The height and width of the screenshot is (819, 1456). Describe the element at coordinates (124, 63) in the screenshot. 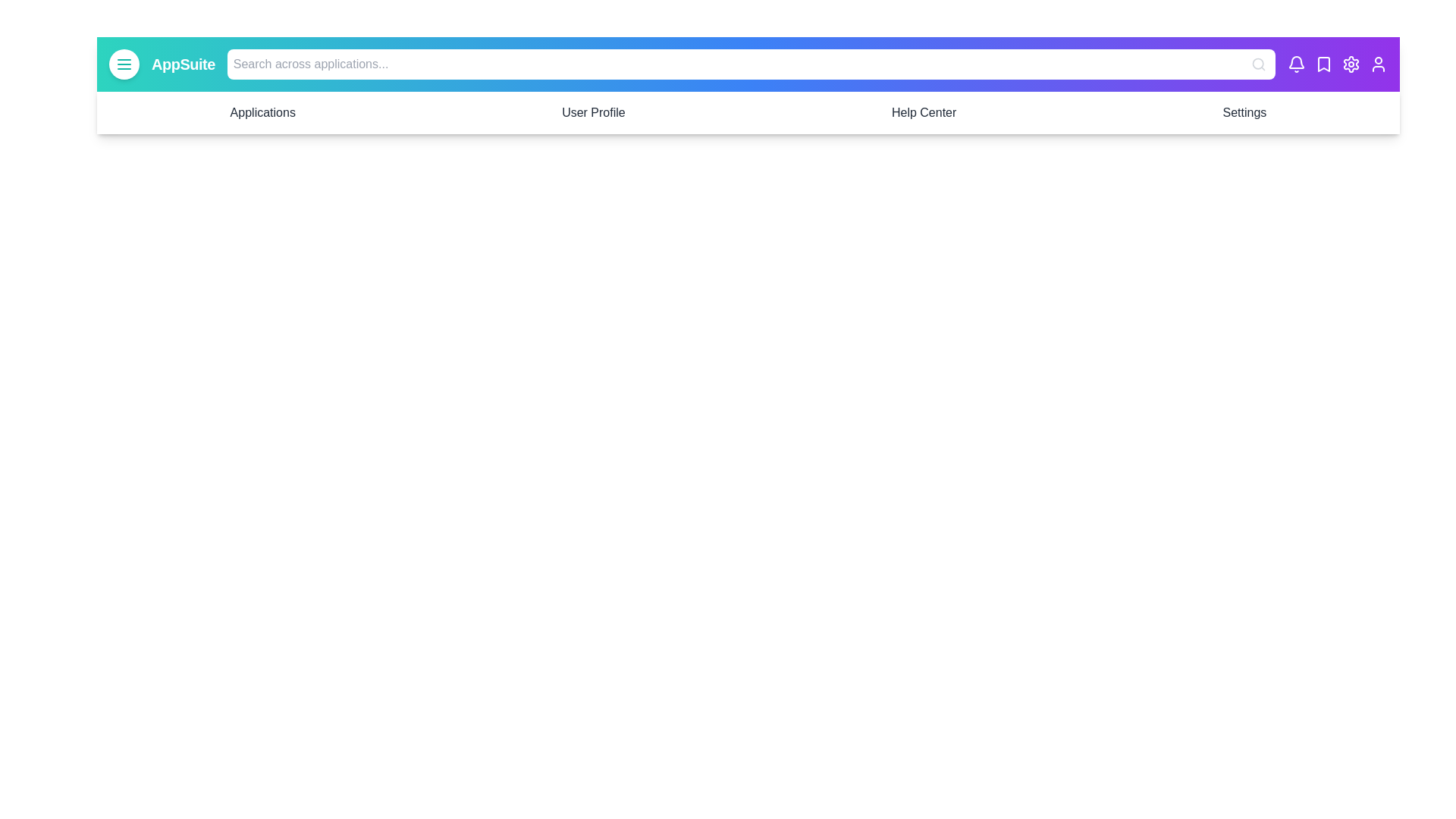

I see `the toggle button to toggle the menu` at that location.